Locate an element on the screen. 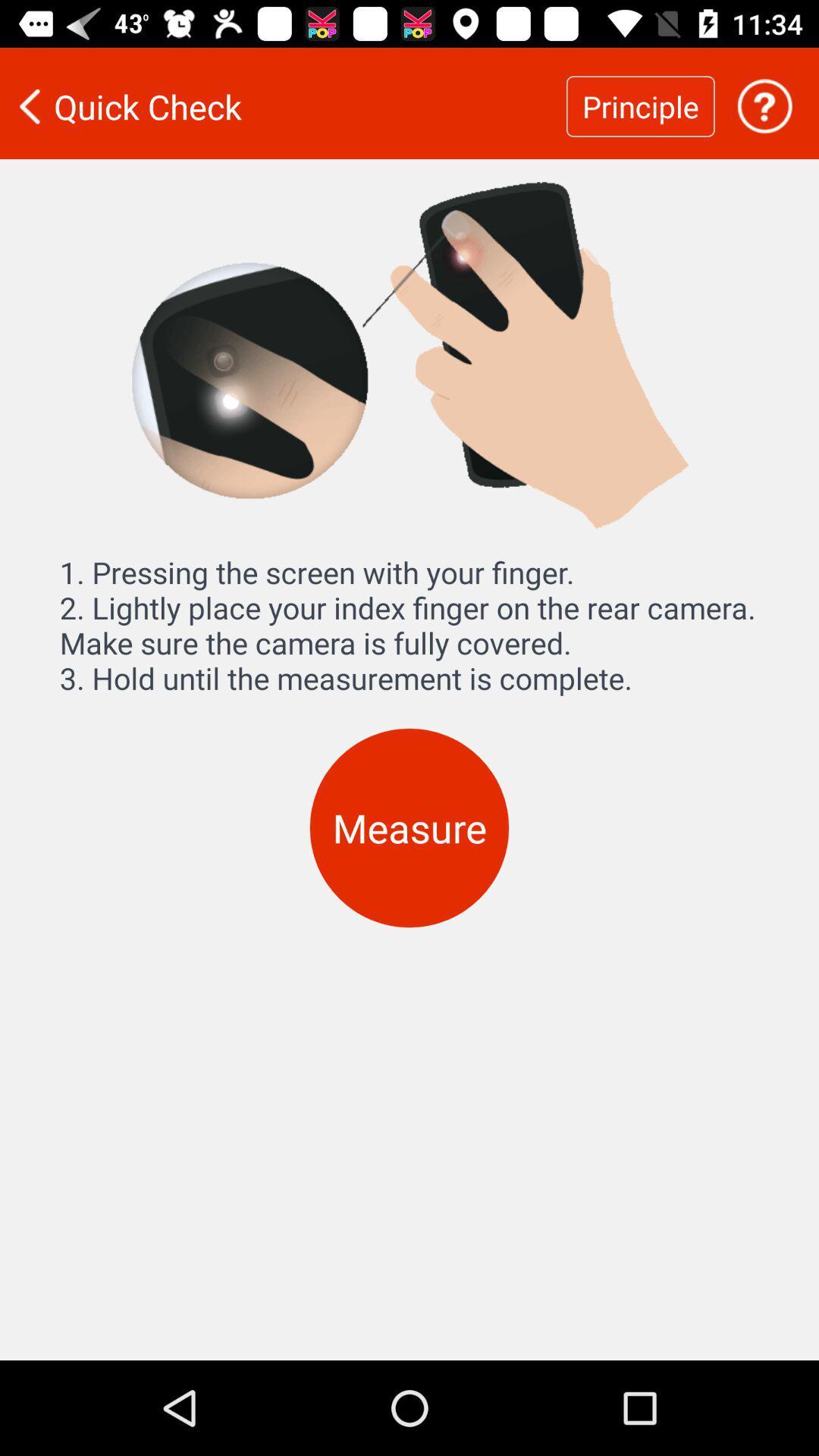 Image resolution: width=819 pixels, height=1456 pixels. item to the left of the principle icon is located at coordinates (283, 105).